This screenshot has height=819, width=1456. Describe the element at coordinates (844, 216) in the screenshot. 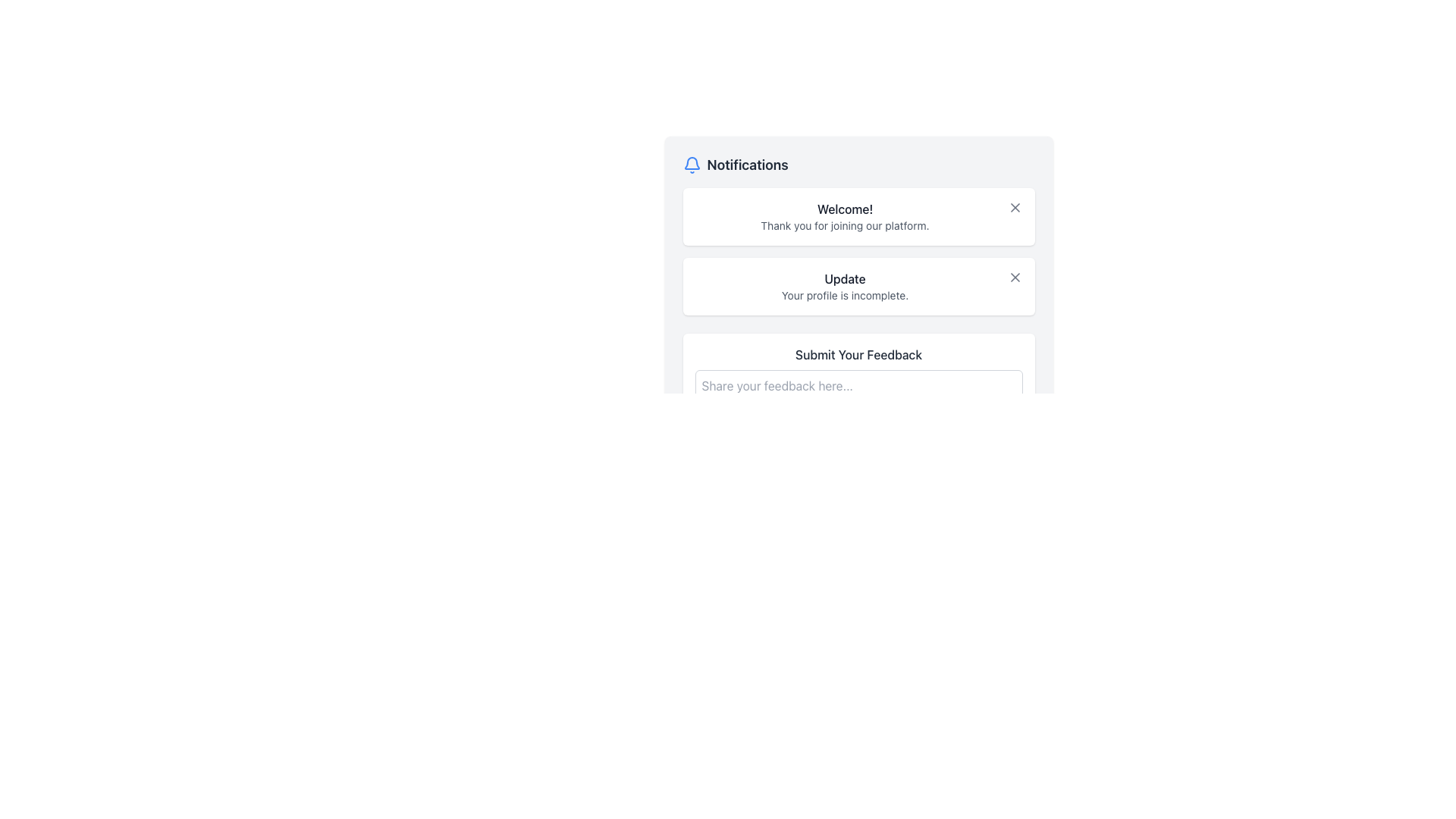

I see `the 'Welcome!' text in the notifications panel, which is displayed in bold and is the first line of the text display` at that location.